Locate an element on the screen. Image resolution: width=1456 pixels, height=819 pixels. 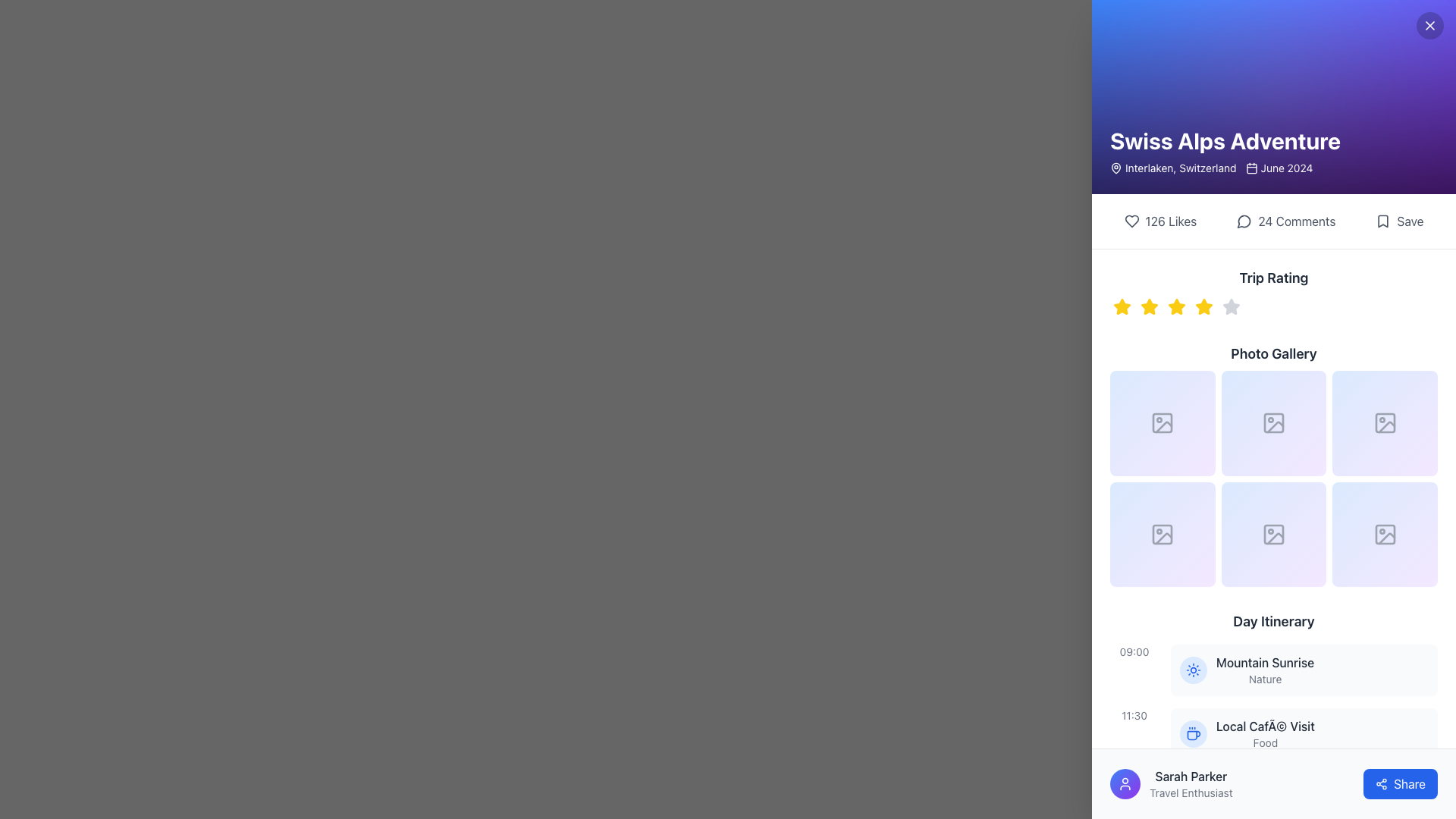
the interactive gallery item located in the bottom-rightmost position of the 3x3 grid under the 'Photo Gallery' header to interact with it is located at coordinates (1385, 534).